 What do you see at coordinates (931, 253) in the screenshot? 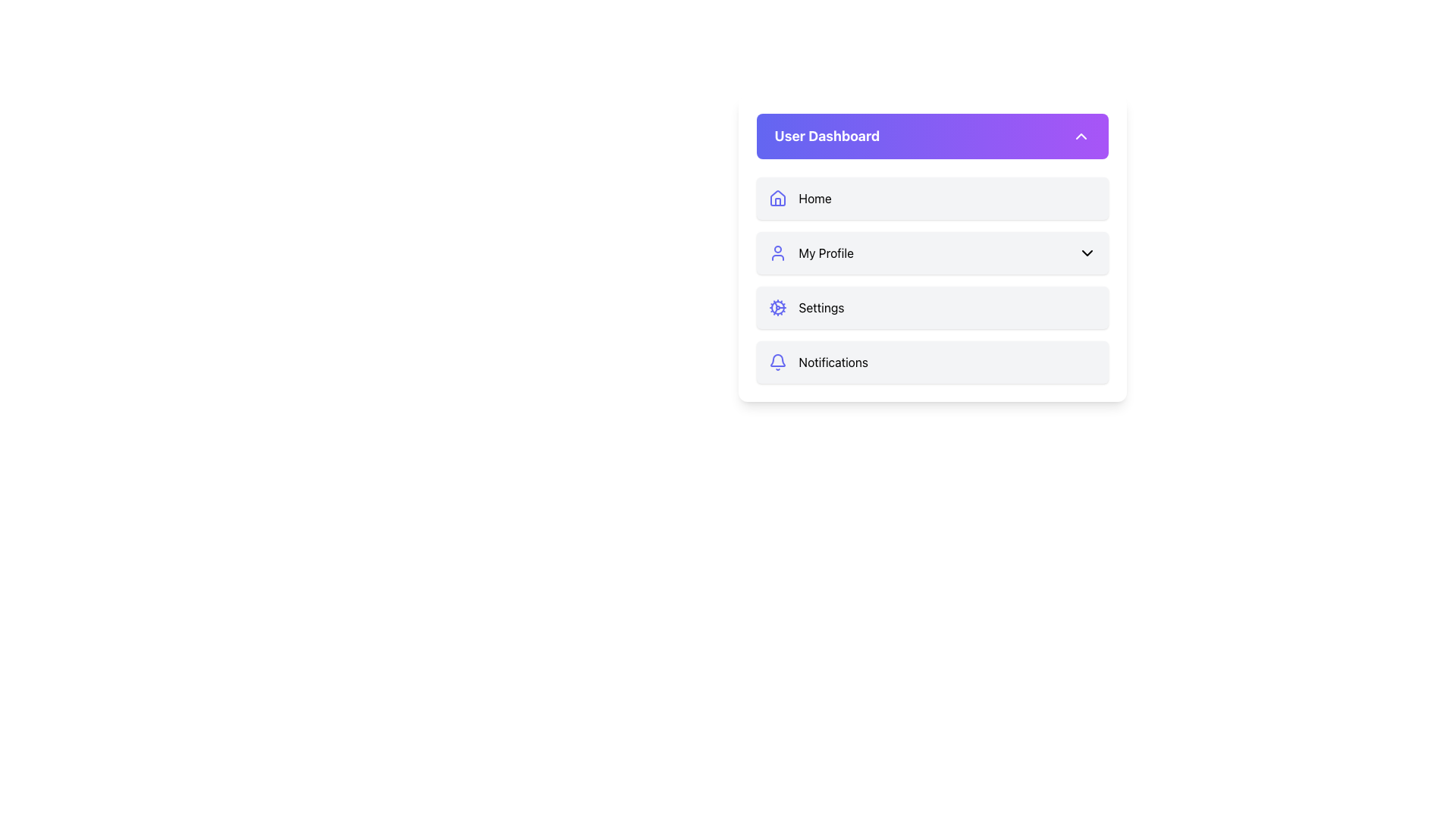
I see `the 'My Profile' menu item, which is the second item in the vertically stacked list of menu options` at bounding box center [931, 253].